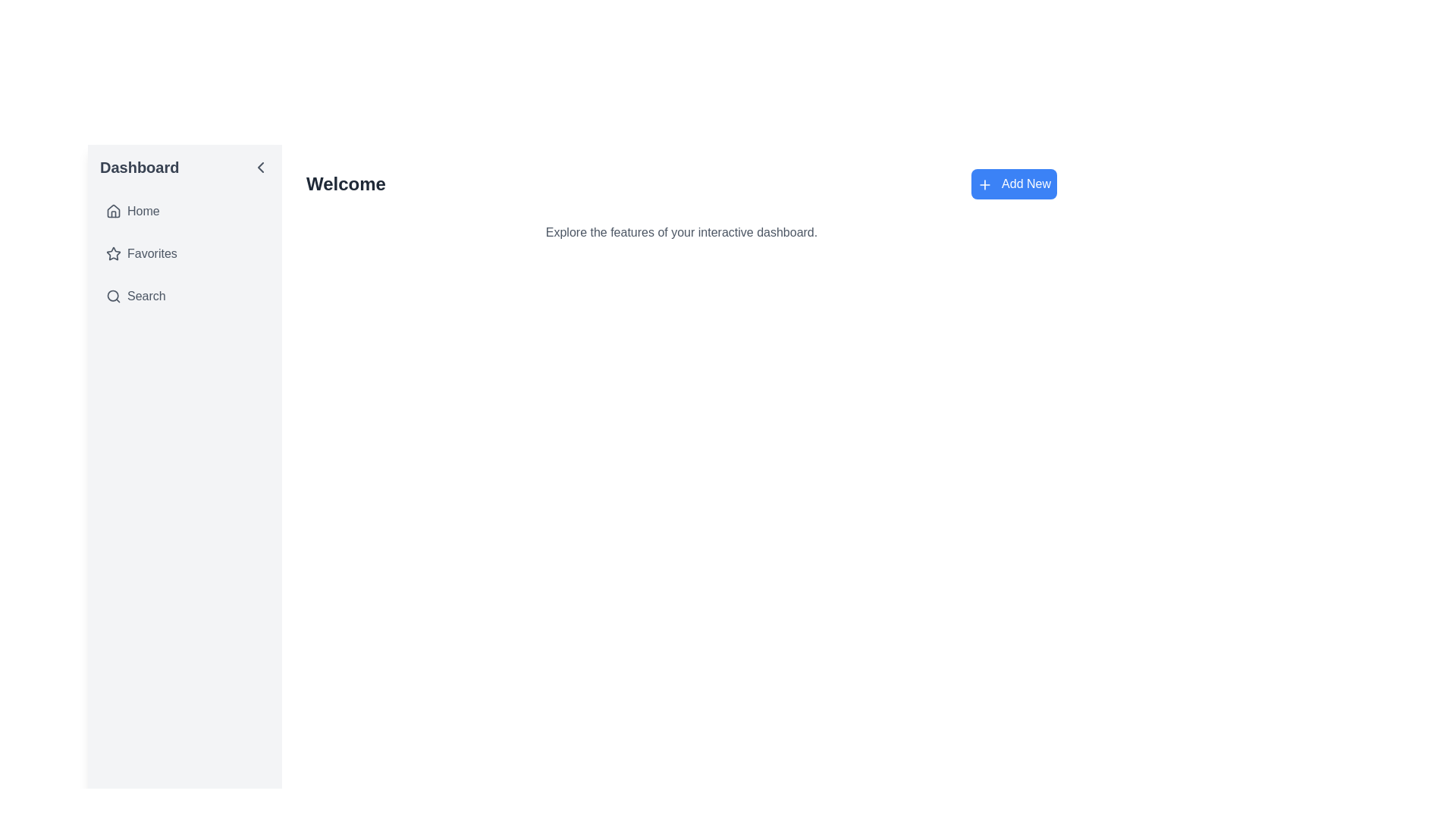 Image resolution: width=1456 pixels, height=819 pixels. Describe the element at coordinates (261, 167) in the screenshot. I see `the navigational control button located in the top-right corner of the sidebar labeled 'Dashboard'` at that location.